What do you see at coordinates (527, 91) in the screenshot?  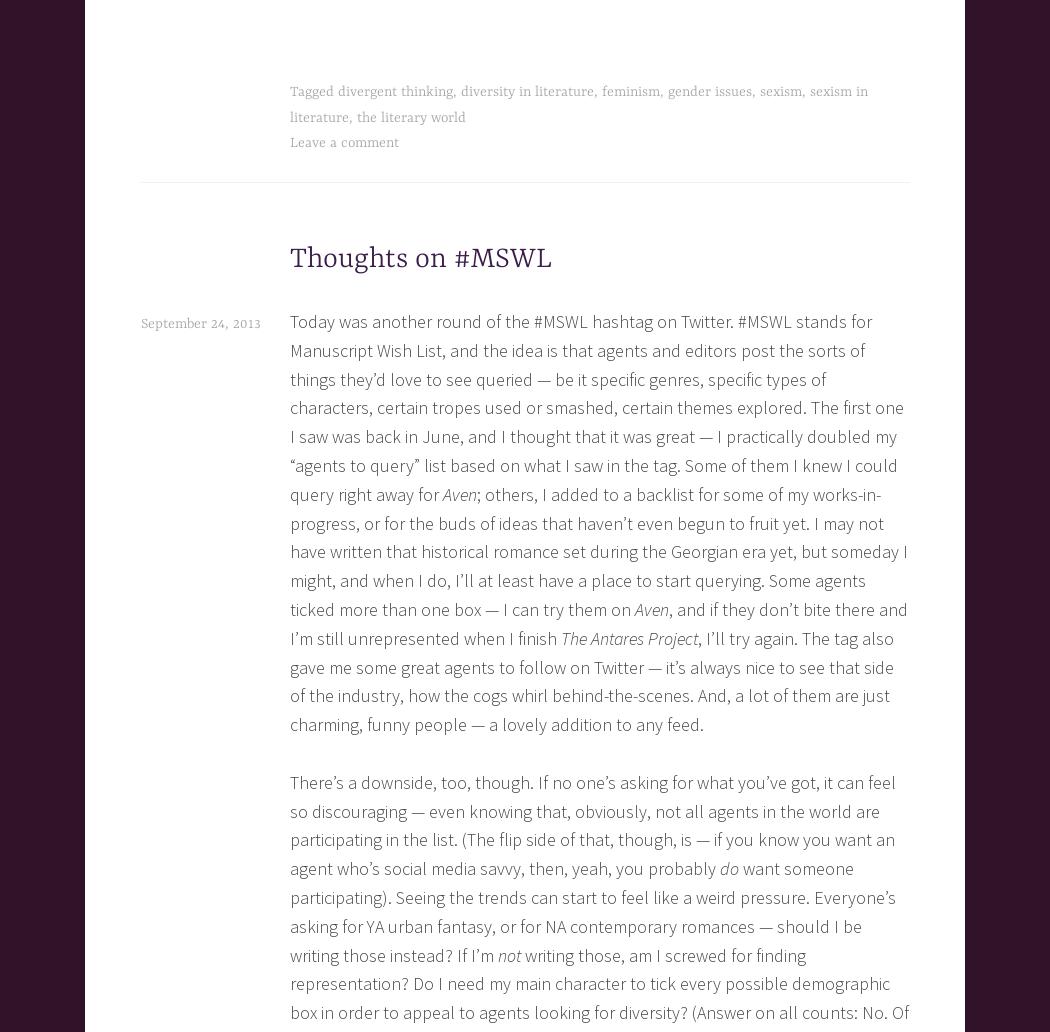 I see `'diversity in literature'` at bounding box center [527, 91].